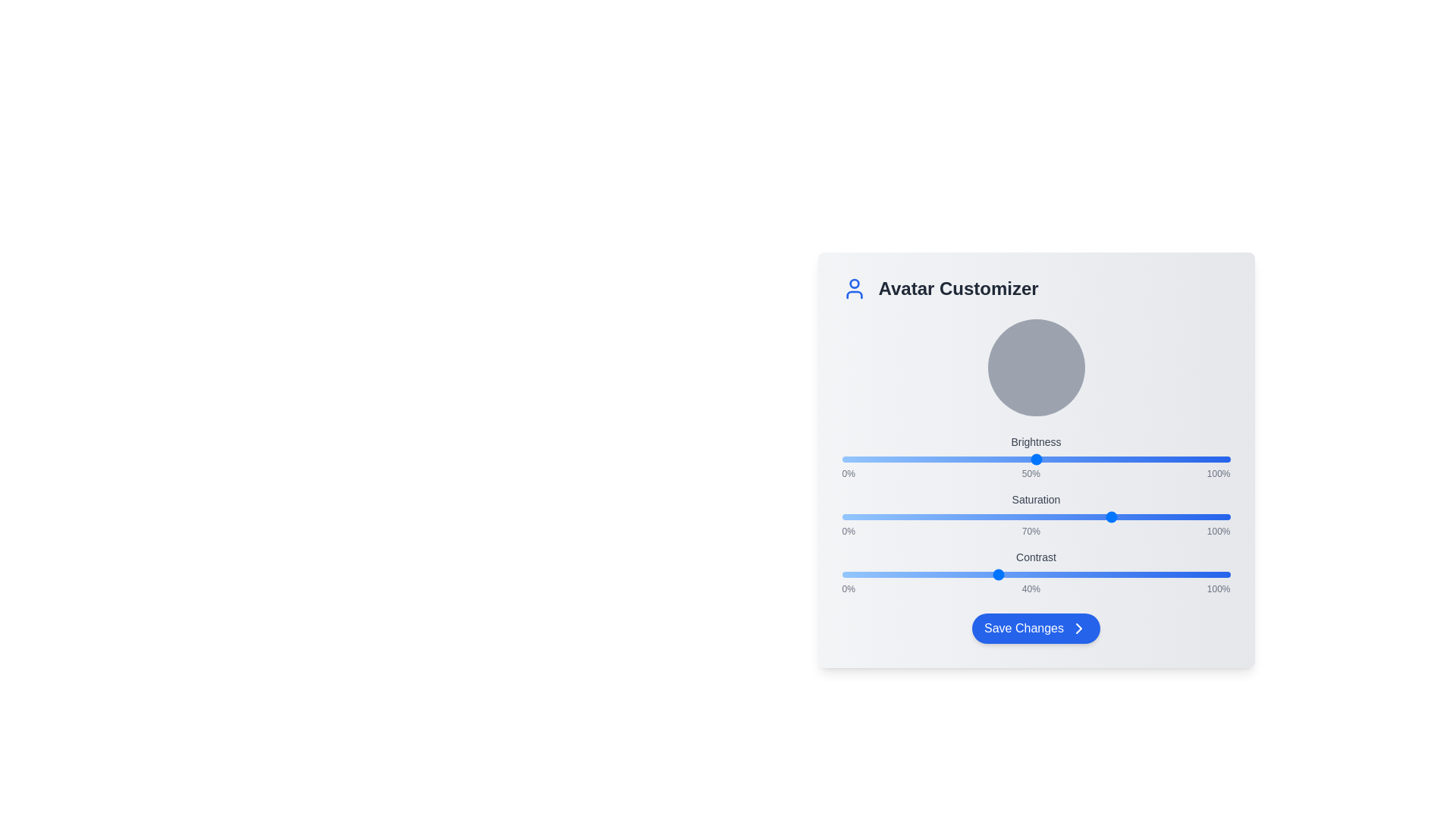 The height and width of the screenshot is (819, 1456). What do you see at coordinates (1035, 368) in the screenshot?
I see `the Avatar preview area` at bounding box center [1035, 368].